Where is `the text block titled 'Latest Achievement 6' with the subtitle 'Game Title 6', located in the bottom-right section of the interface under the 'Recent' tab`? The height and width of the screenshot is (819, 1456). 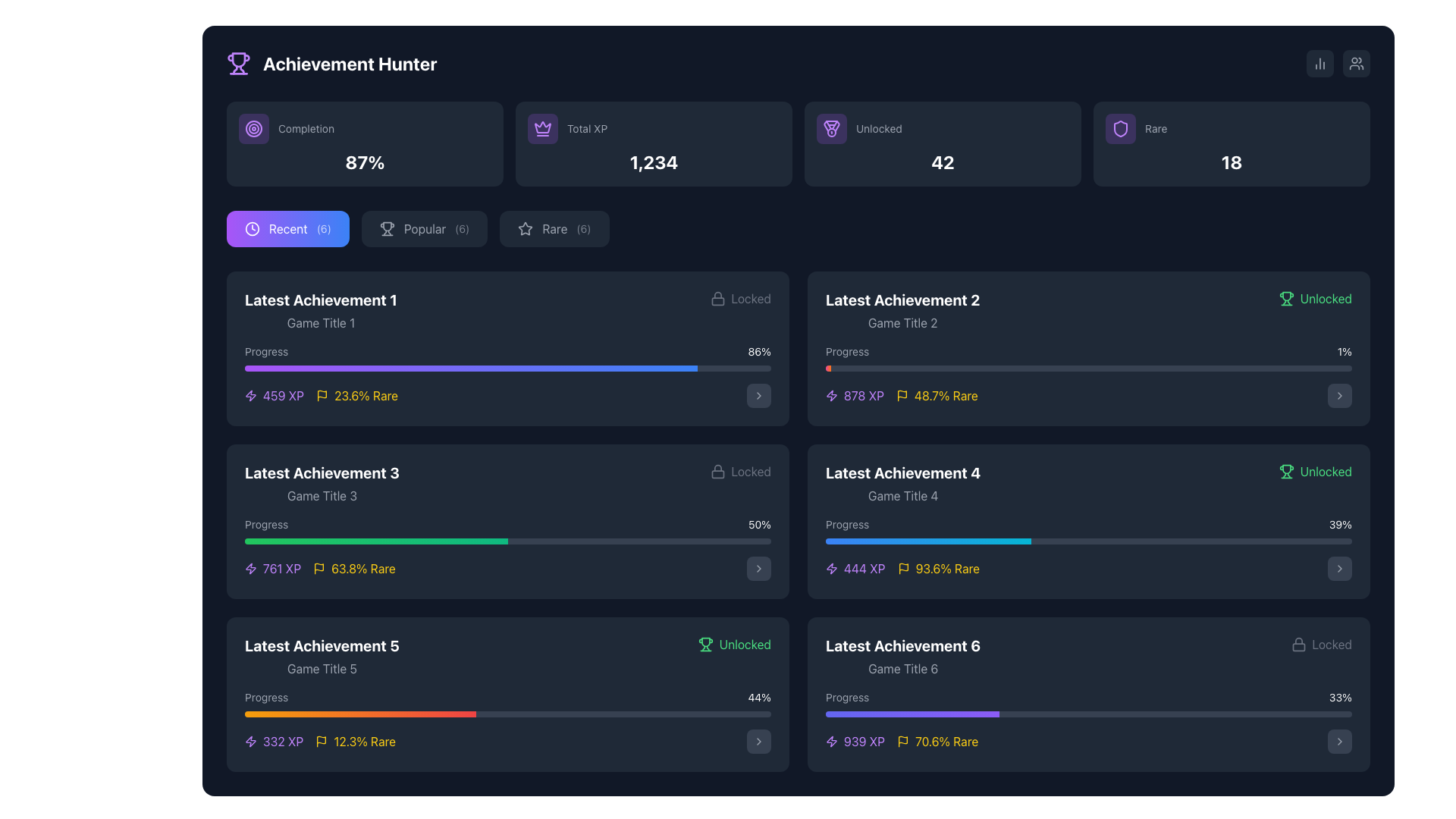
the text block titled 'Latest Achievement 6' with the subtitle 'Game Title 6', located in the bottom-right section of the interface under the 'Recent' tab is located at coordinates (903, 656).